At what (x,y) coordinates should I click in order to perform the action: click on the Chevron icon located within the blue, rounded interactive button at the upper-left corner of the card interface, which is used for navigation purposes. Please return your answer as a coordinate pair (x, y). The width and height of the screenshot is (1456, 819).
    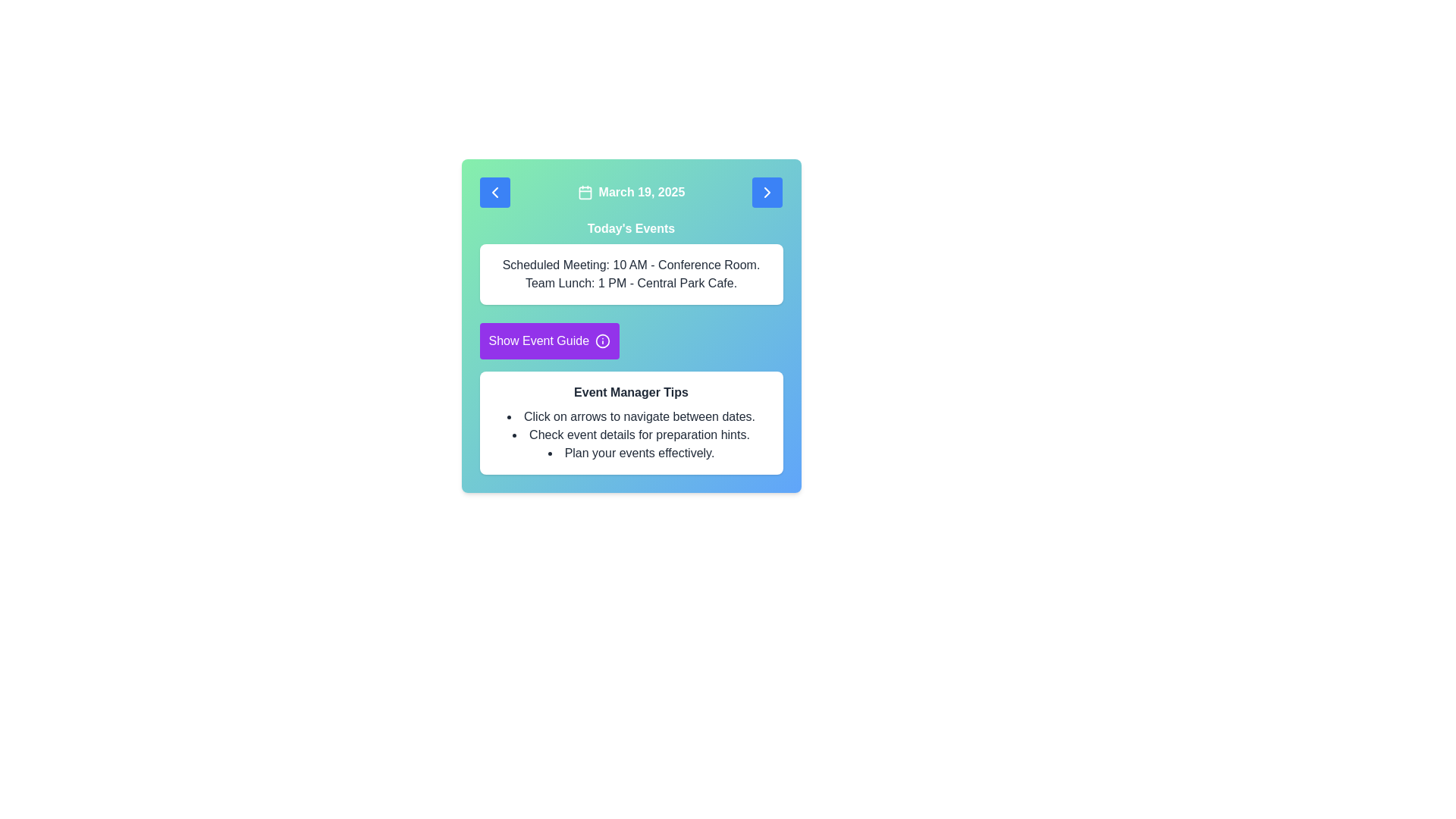
    Looking at the image, I should click on (494, 192).